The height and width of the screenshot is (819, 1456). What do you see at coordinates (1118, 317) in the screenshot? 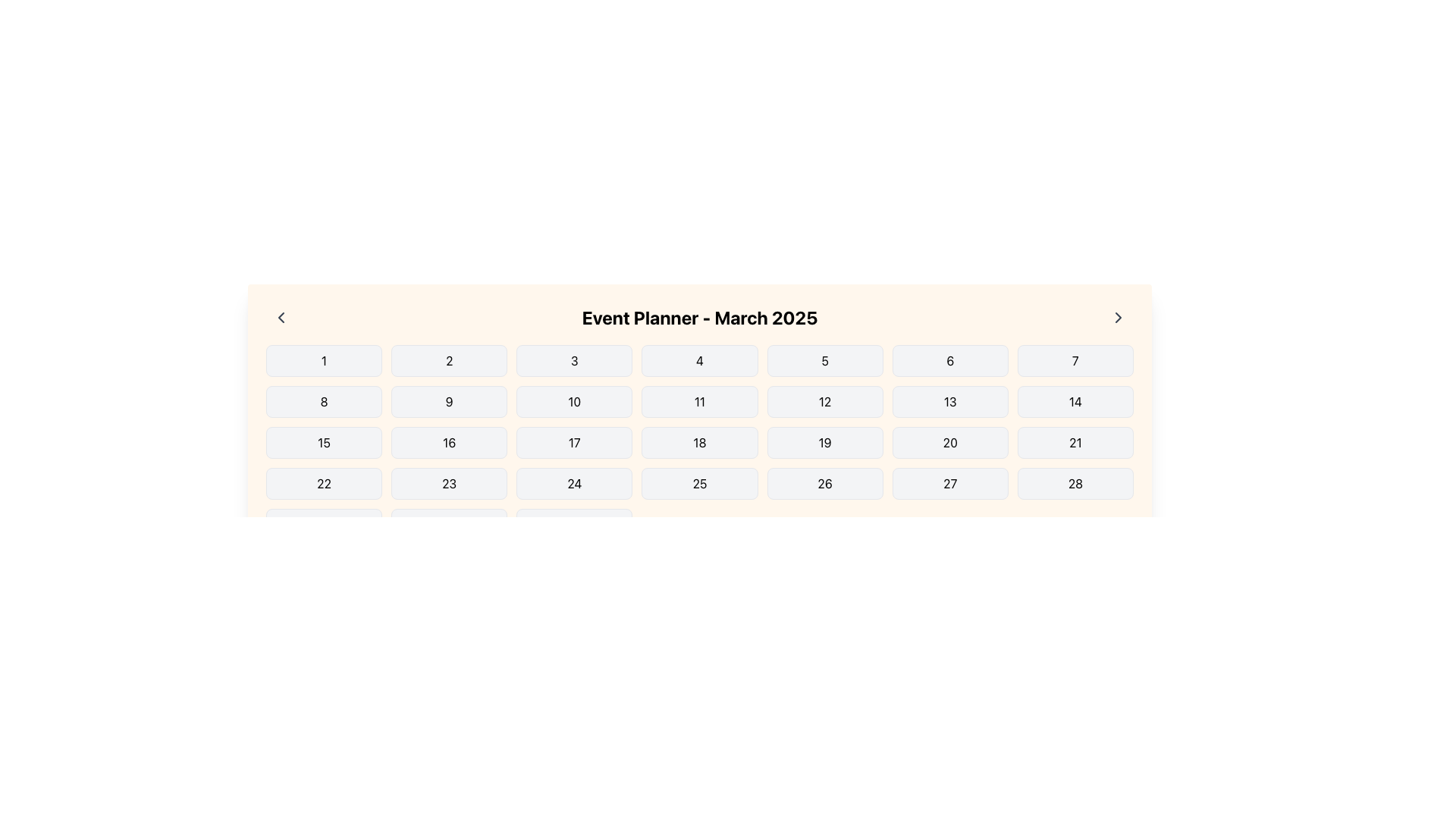
I see `the navigation button located in the top-right corner of the calendar interface, next to 'Event Planner - March 2025'` at bounding box center [1118, 317].